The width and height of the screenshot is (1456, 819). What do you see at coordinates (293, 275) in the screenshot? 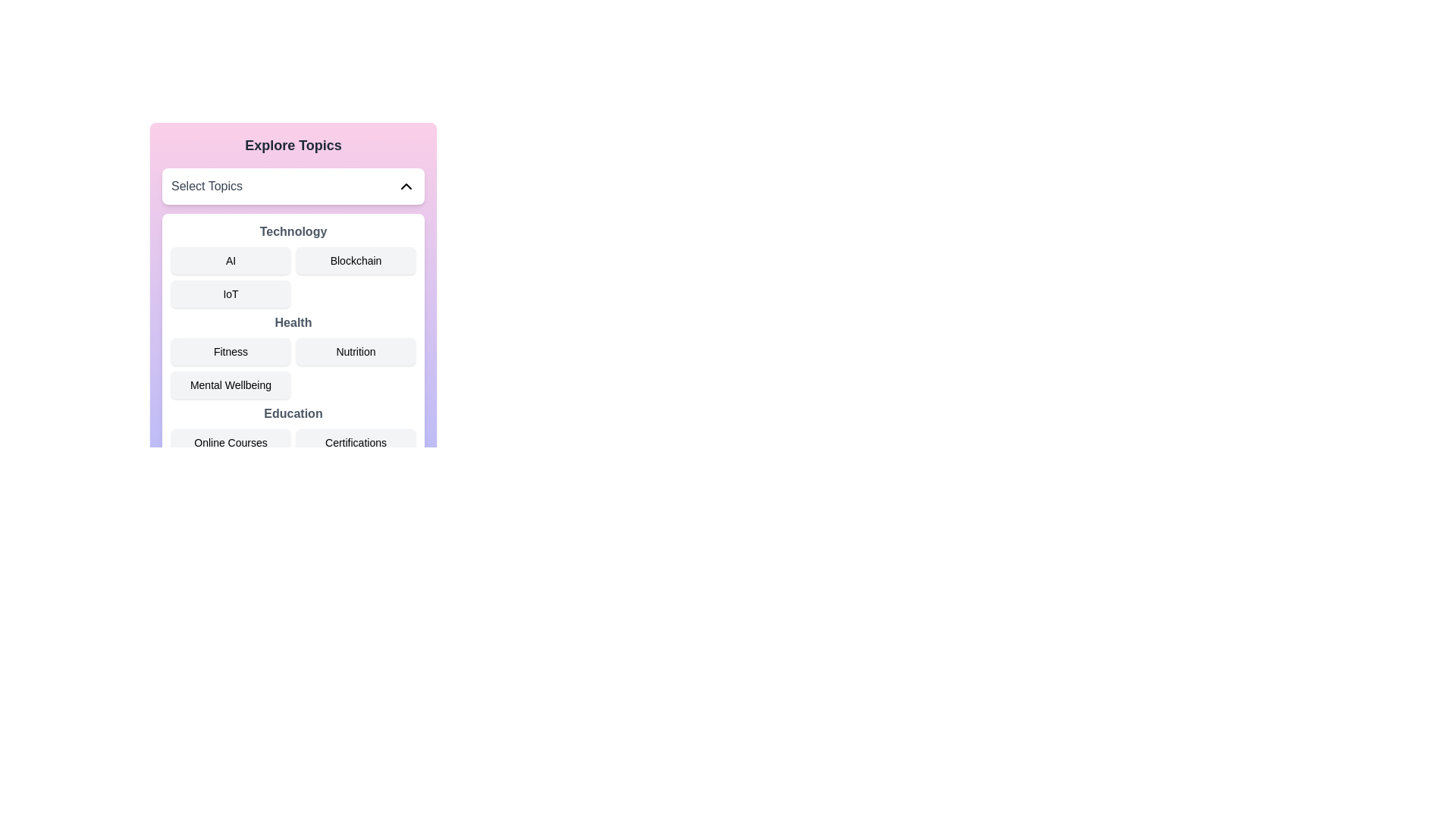
I see `the 'IoT' button located in the second row under the 'Technology' section` at bounding box center [293, 275].